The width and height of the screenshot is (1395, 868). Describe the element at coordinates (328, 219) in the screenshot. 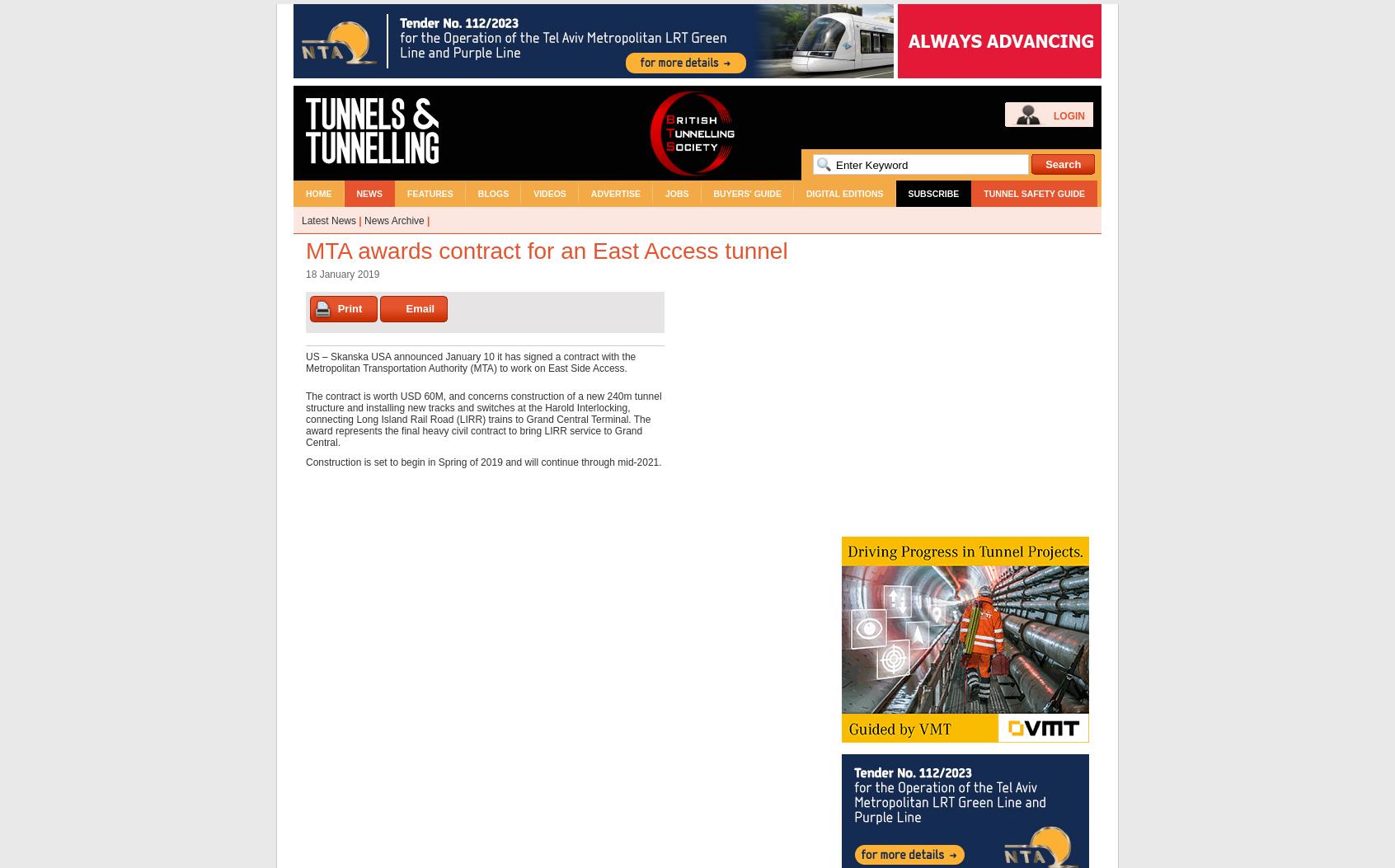

I see `'Latest News'` at that location.